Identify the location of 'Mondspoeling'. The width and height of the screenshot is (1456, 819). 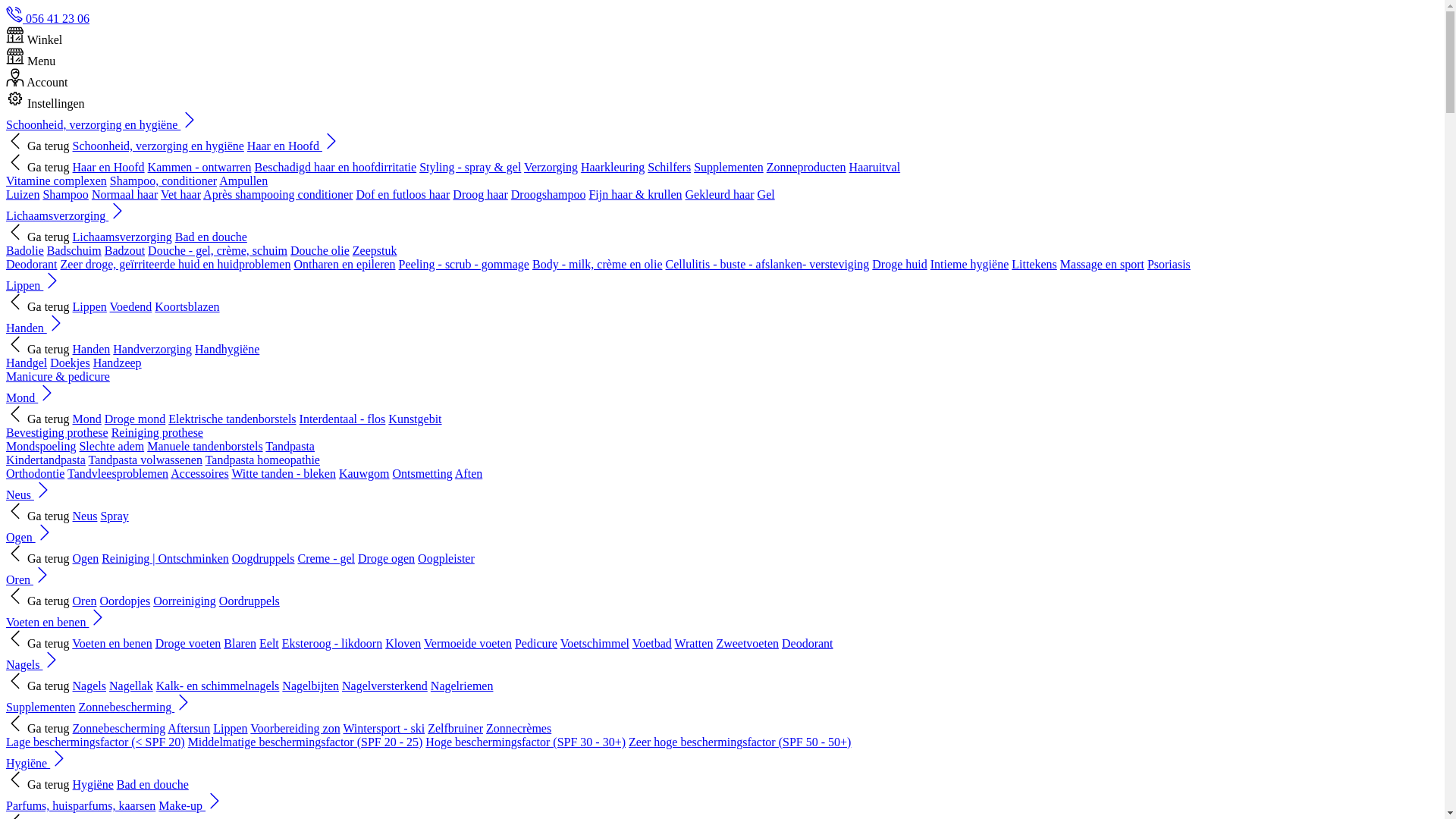
(6, 445).